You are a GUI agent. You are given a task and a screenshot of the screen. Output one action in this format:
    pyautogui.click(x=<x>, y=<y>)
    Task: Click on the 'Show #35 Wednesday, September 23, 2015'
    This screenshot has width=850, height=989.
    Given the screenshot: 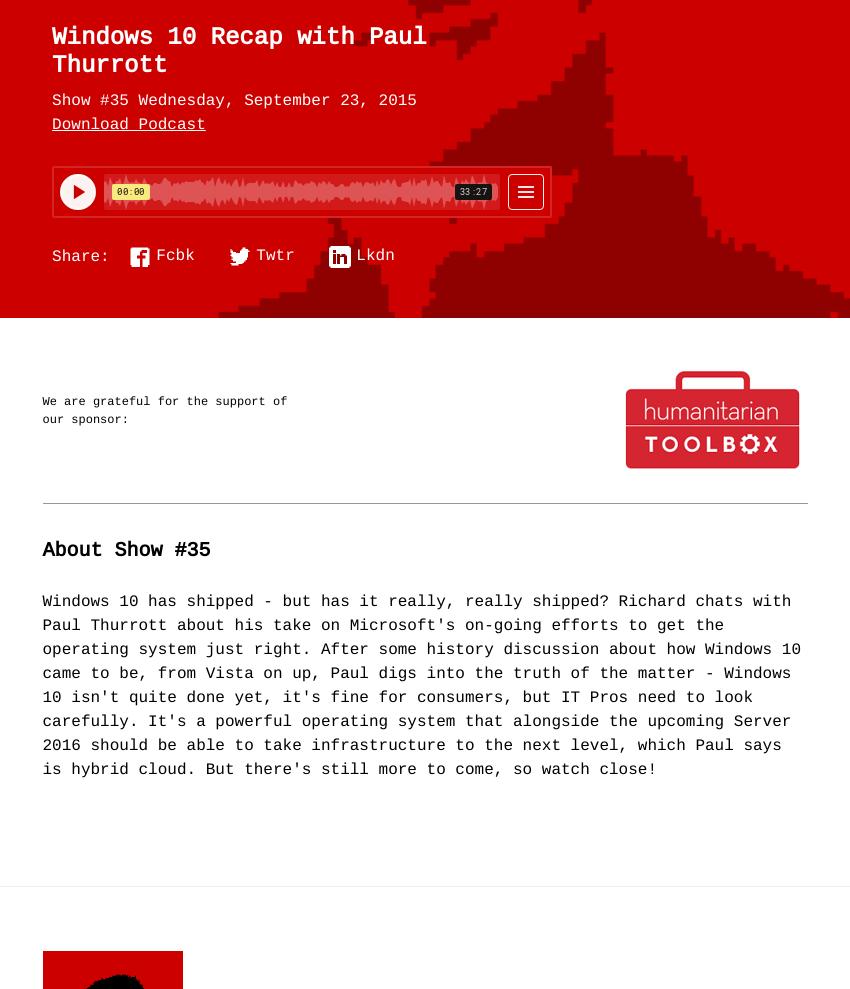 What is the action you would take?
    pyautogui.click(x=234, y=100)
    